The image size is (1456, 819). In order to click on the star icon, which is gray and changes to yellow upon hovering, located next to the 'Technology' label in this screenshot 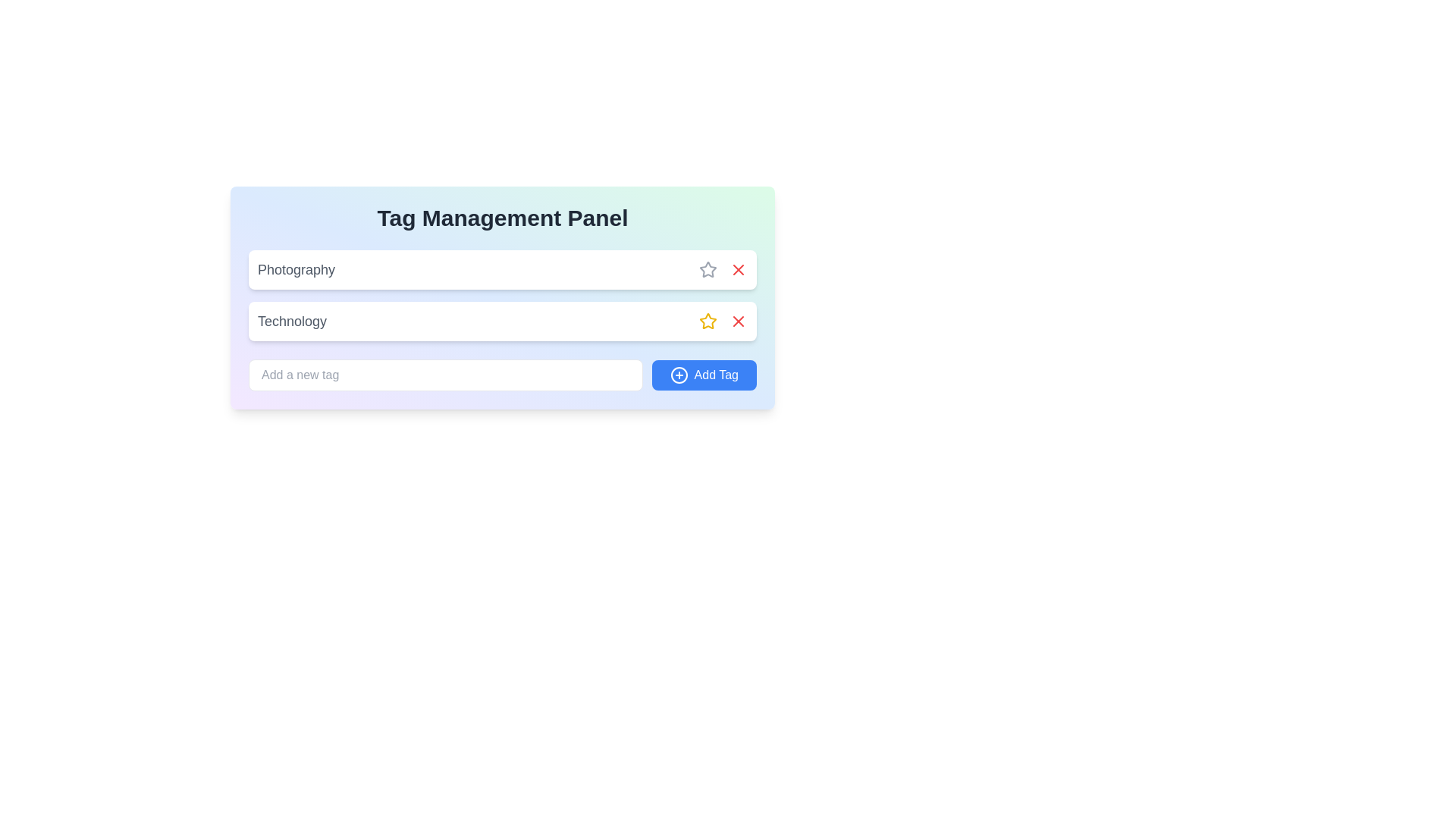, I will do `click(708, 268)`.